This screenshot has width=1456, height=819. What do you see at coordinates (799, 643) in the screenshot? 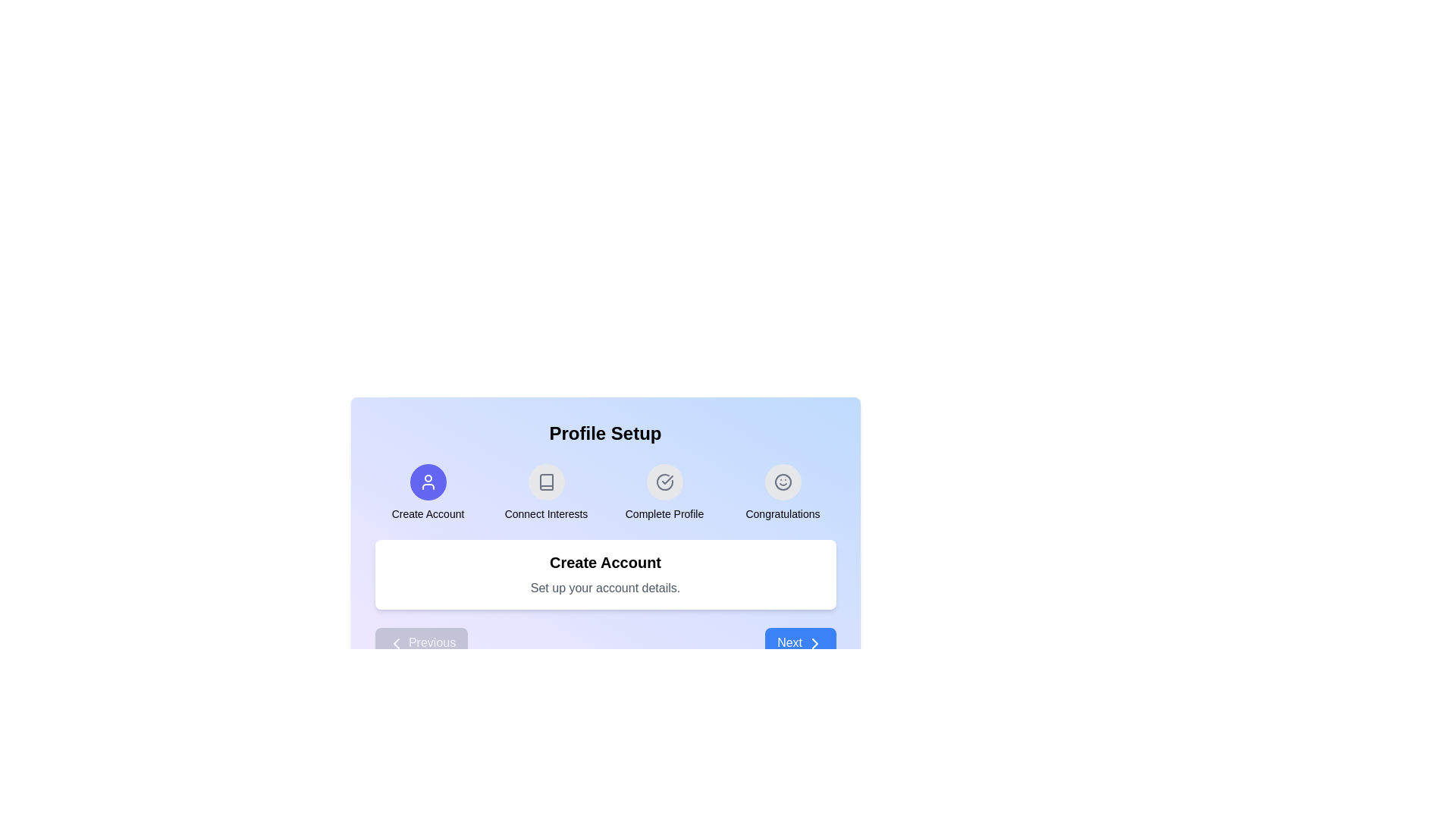
I see `the Next button to navigate stages` at bounding box center [799, 643].